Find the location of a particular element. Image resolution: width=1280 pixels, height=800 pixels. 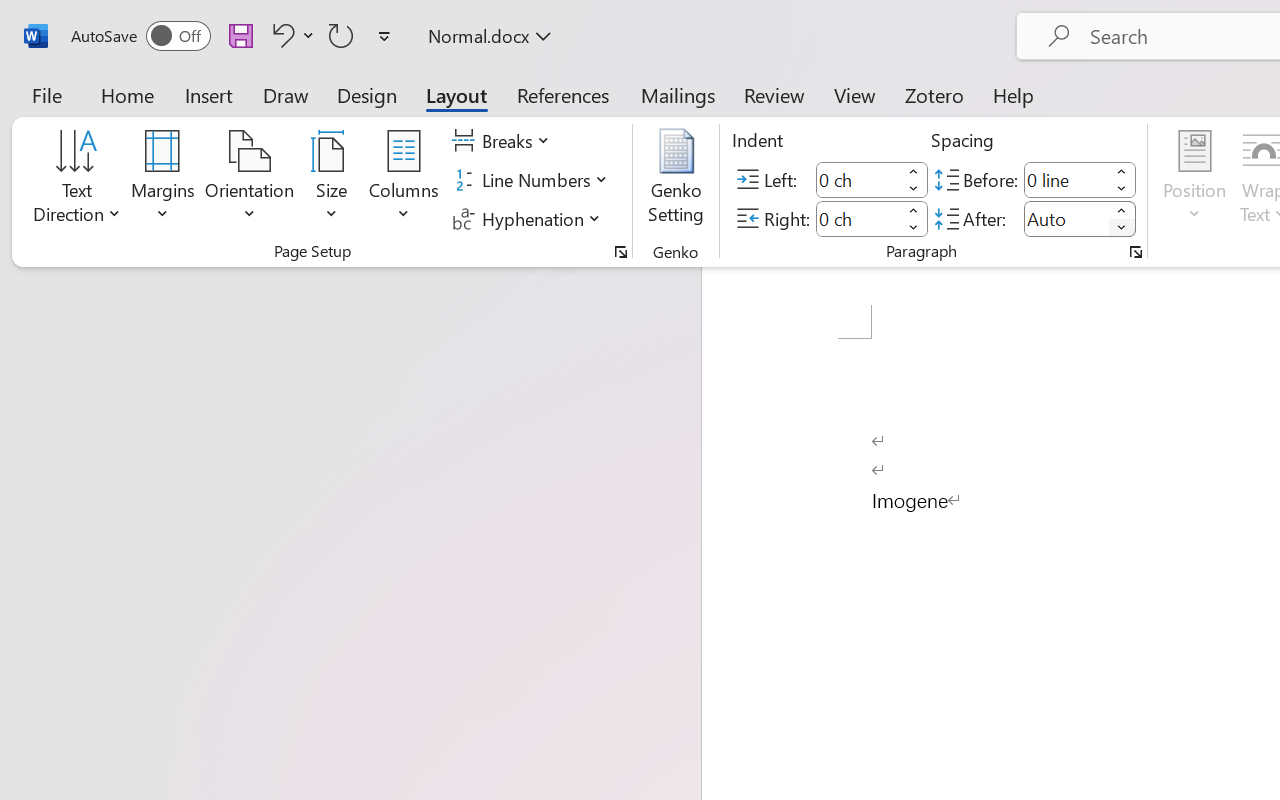

'Repeat Paragraph Formatting' is located at coordinates (341, 34).